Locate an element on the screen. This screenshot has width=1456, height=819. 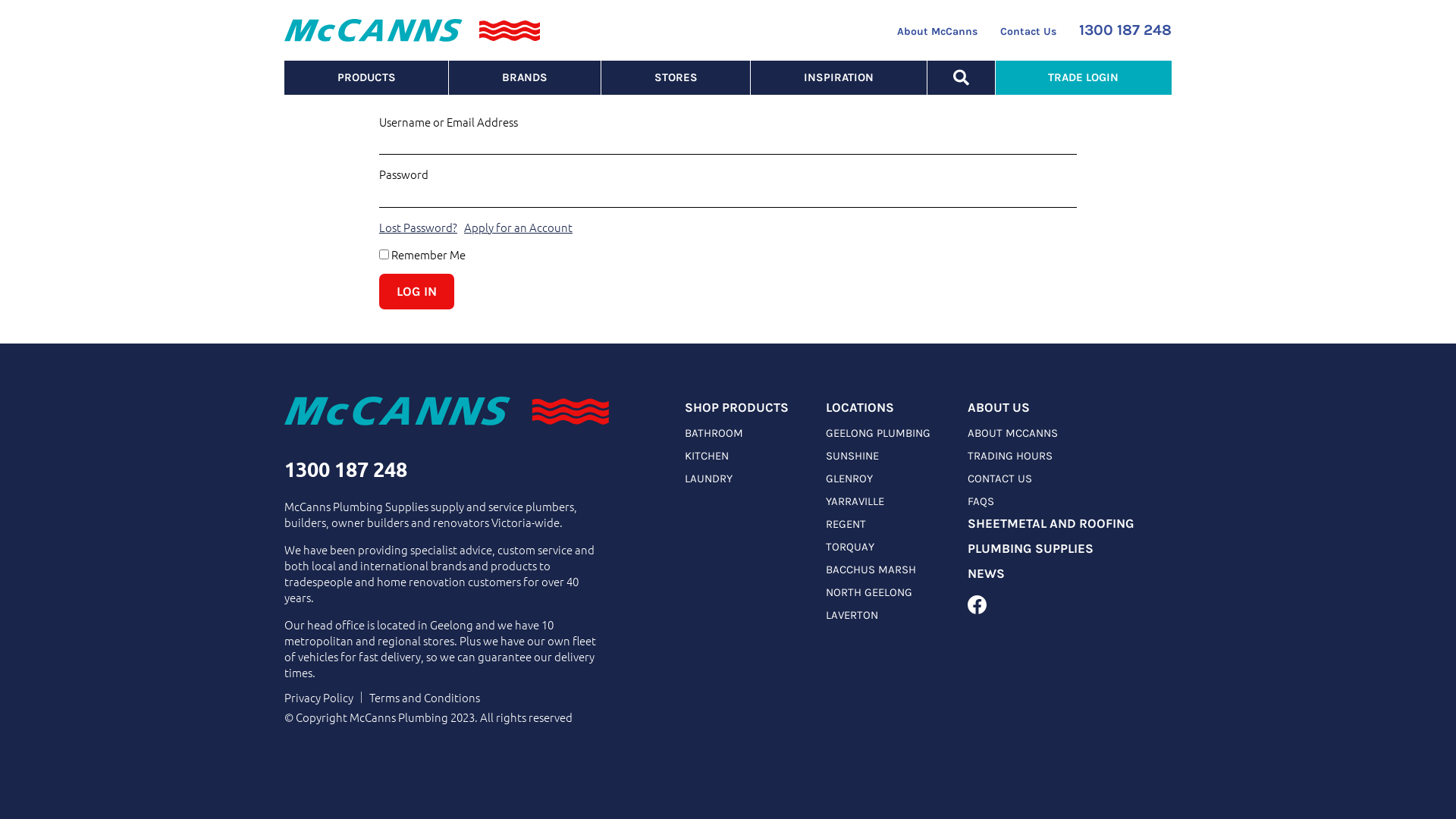
'Log In' is located at coordinates (378, 291).